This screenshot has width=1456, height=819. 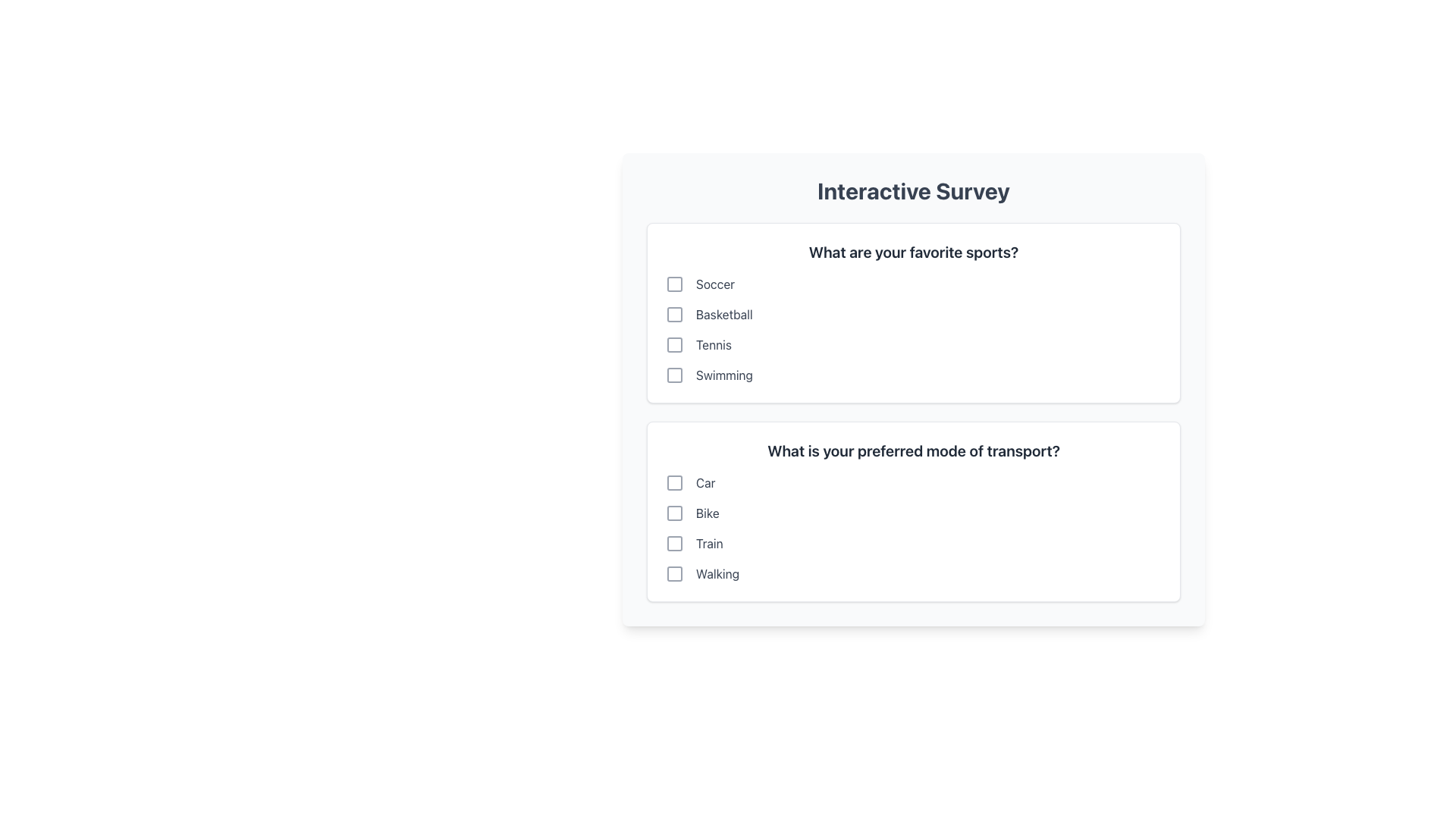 What do you see at coordinates (673, 314) in the screenshot?
I see `the second checkbox` at bounding box center [673, 314].